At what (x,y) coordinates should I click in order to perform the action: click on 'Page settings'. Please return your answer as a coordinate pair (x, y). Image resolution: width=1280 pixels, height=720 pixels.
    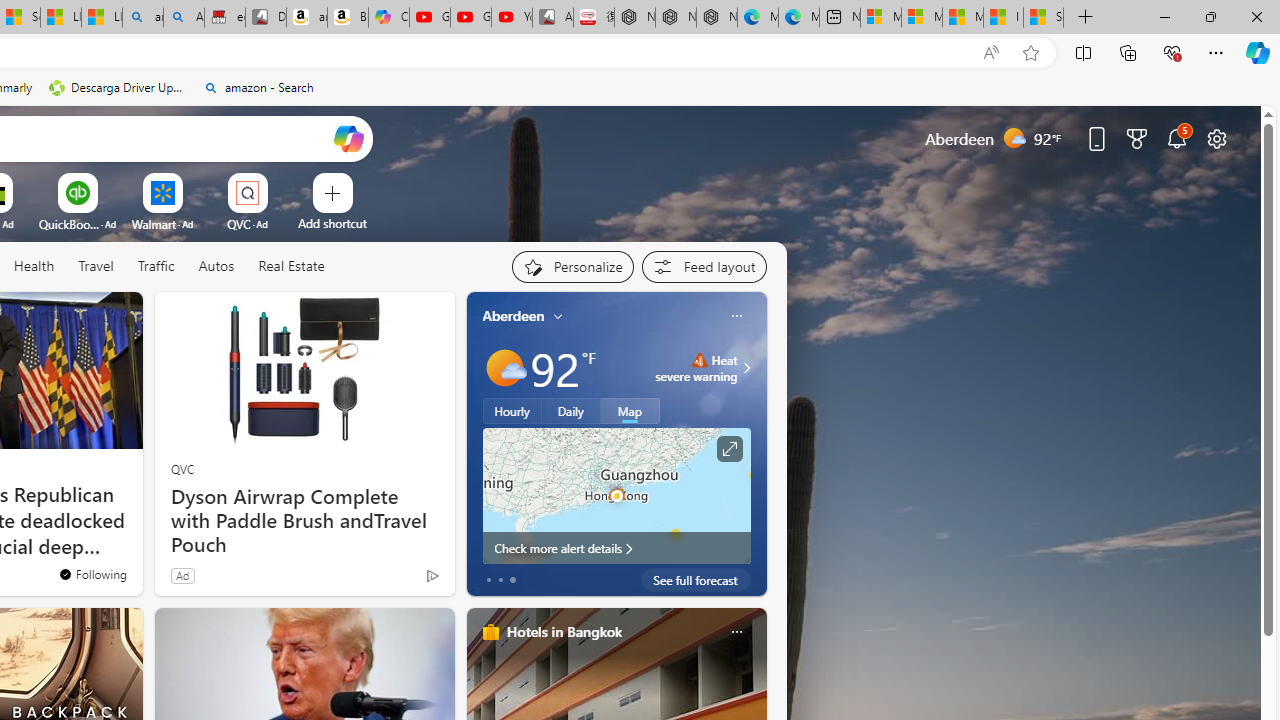
    Looking at the image, I should click on (1215, 137).